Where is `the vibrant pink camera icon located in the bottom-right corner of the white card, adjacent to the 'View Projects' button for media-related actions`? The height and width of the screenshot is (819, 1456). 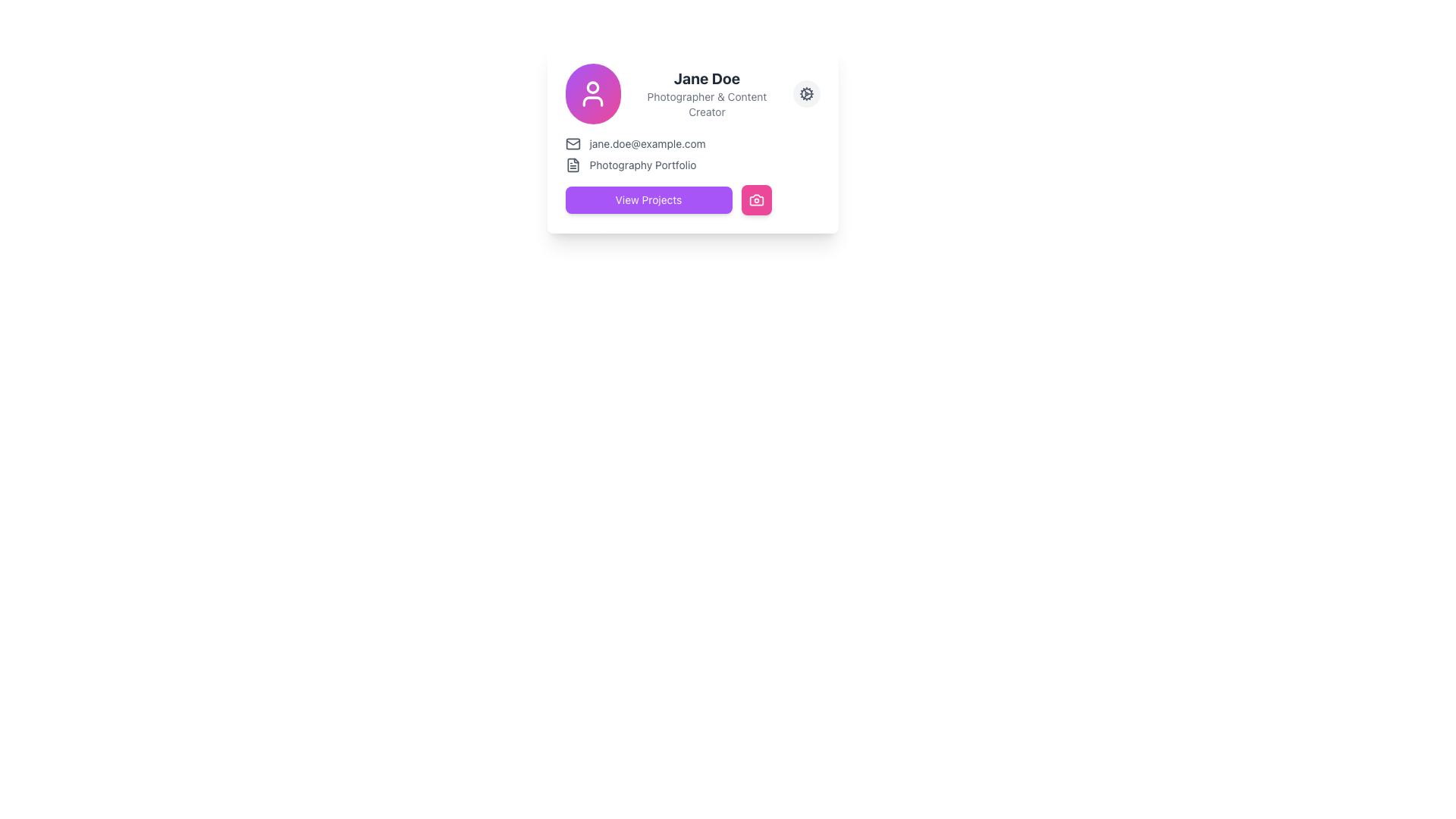 the vibrant pink camera icon located in the bottom-right corner of the white card, adjacent to the 'View Projects' button for media-related actions is located at coordinates (756, 199).